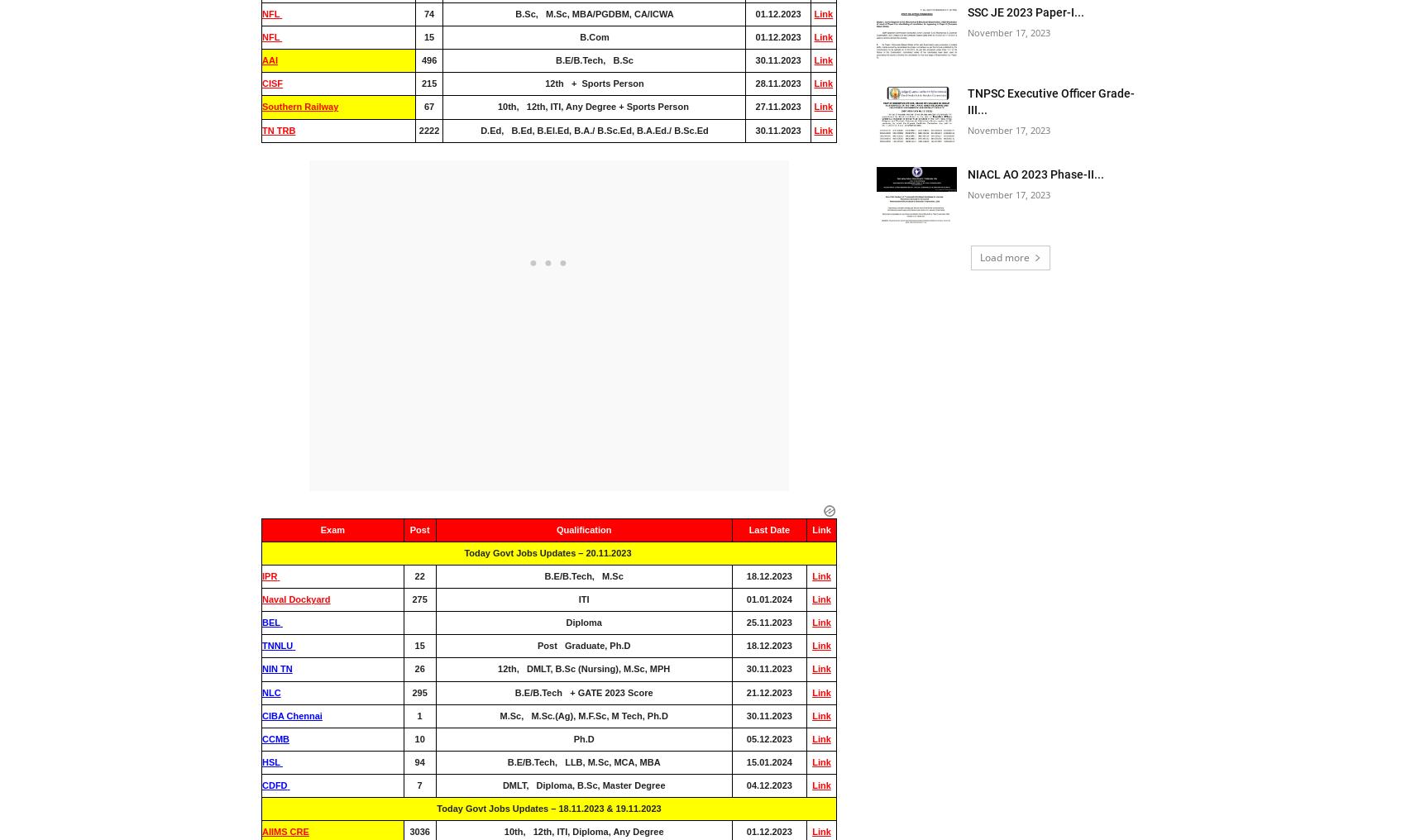  What do you see at coordinates (548, 551) in the screenshot?
I see `'Today Govt Jobs Updates – 20.11.2023'` at bounding box center [548, 551].